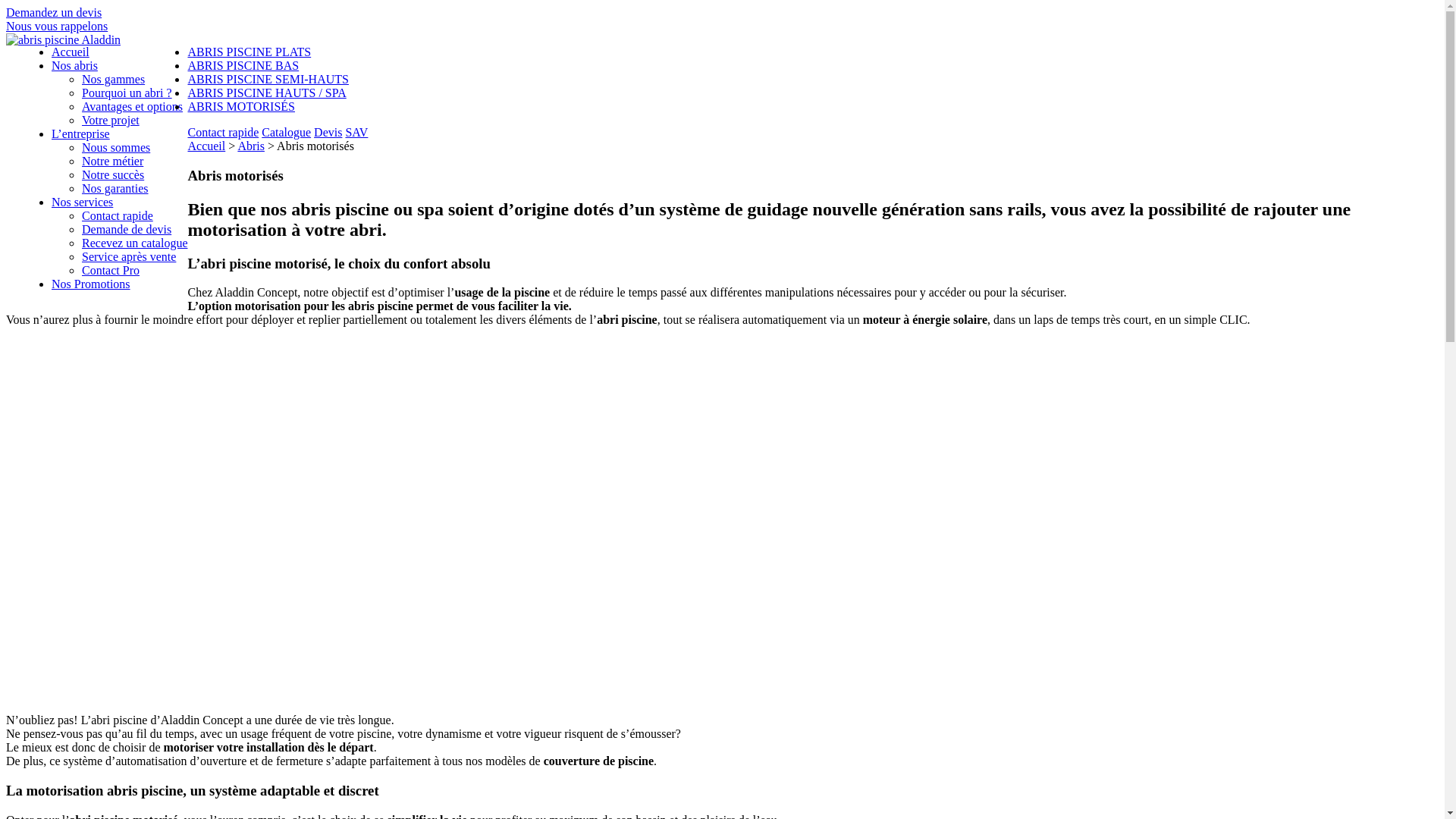  Describe the element at coordinates (221, 131) in the screenshot. I see `'Contact rapide'` at that location.